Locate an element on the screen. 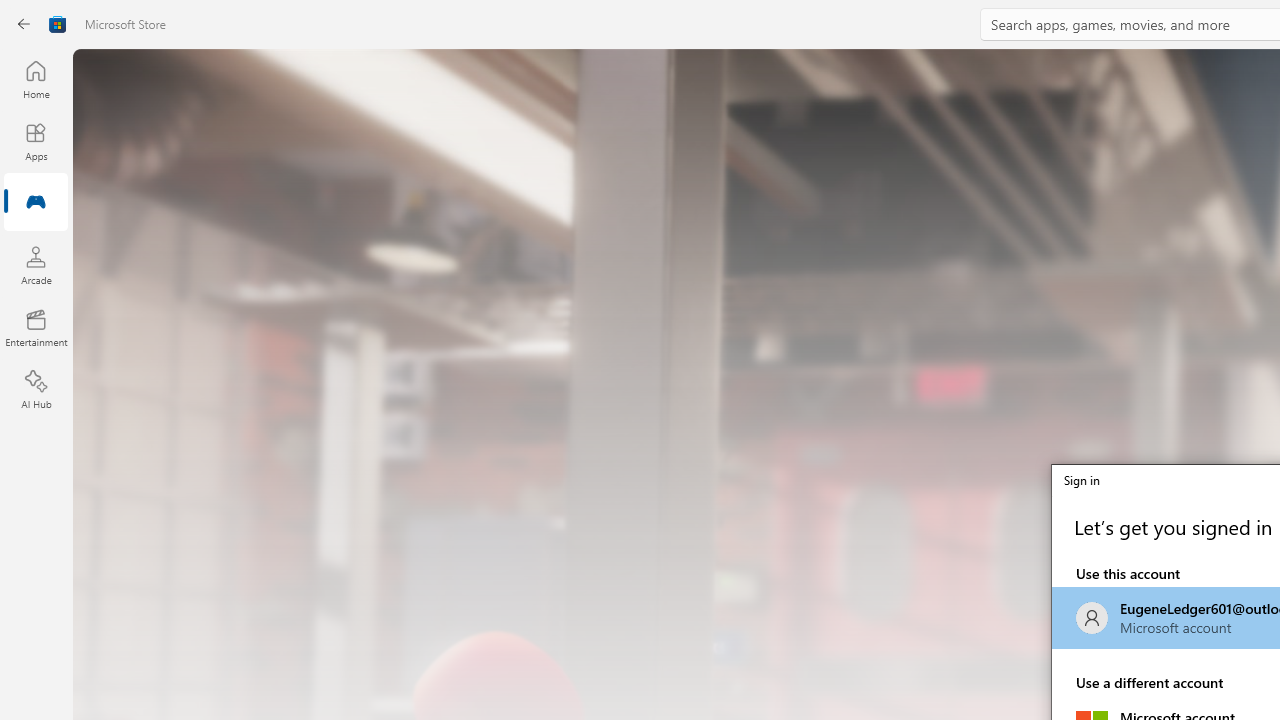  'Back' is located at coordinates (24, 24).